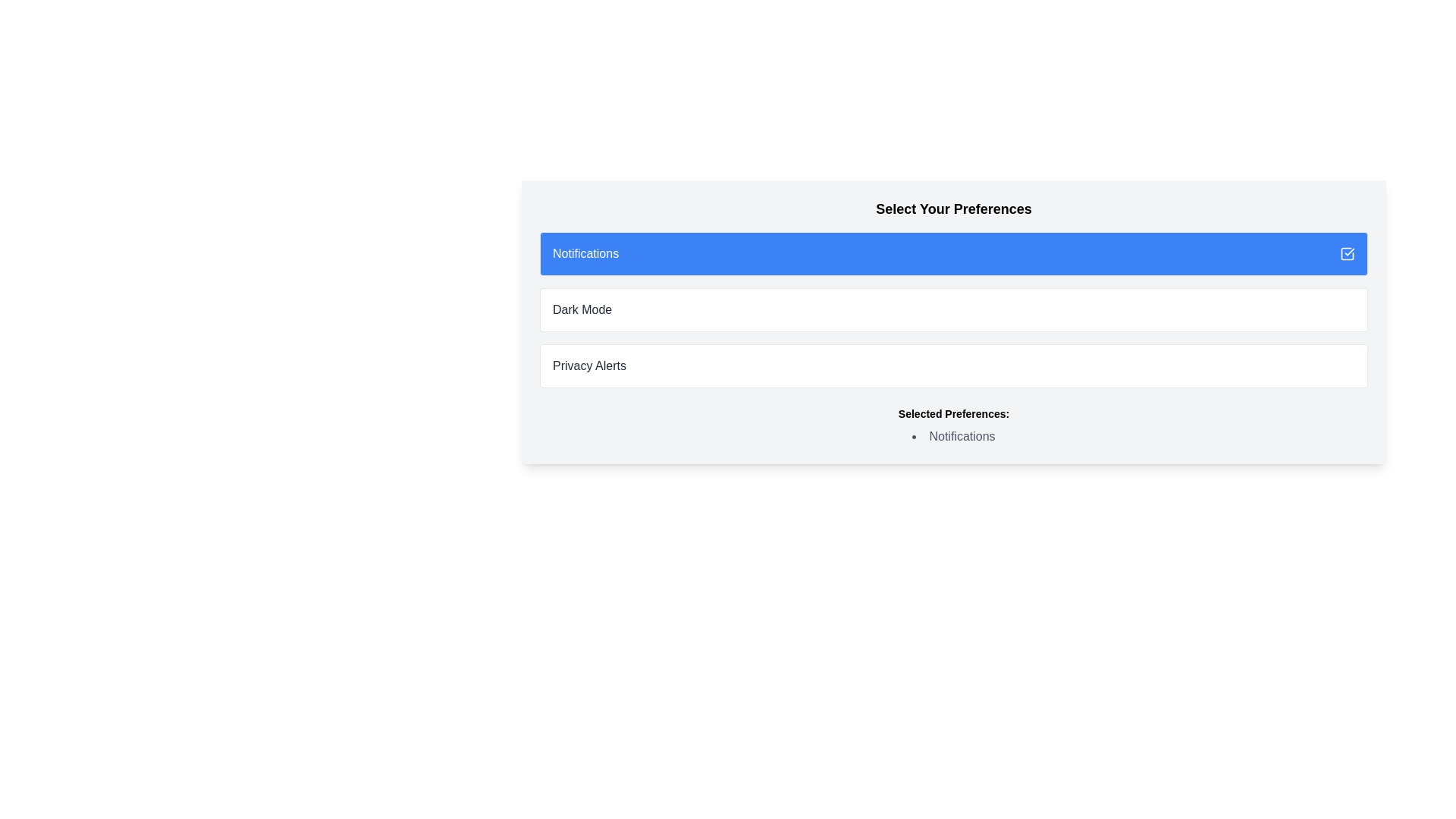  Describe the element at coordinates (952, 253) in the screenshot. I see `the first button in the vertical sequence` at that location.